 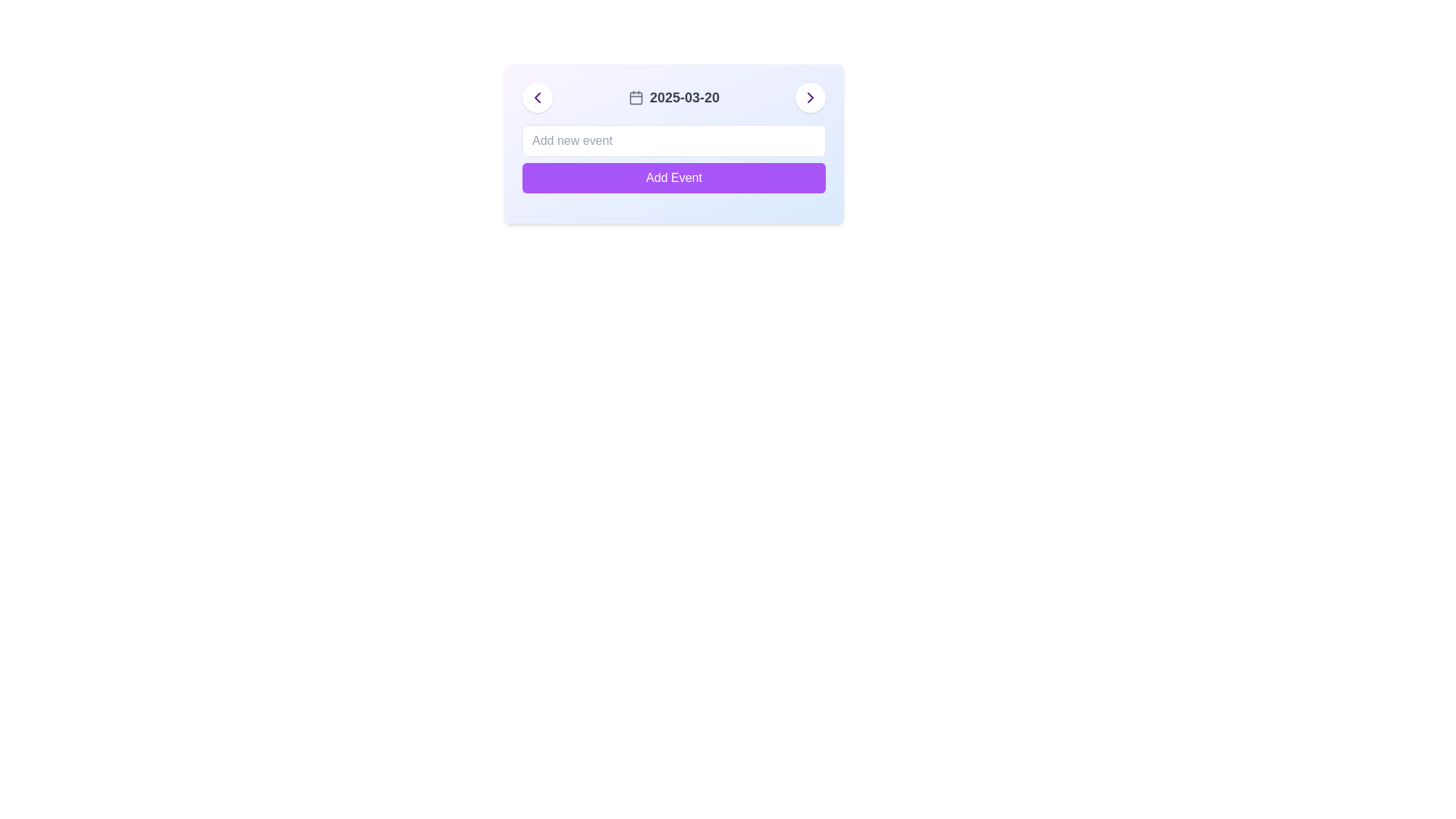 I want to click on the text label displaying the date '2025-03-20', which is styled in bold gray and is located centrally in the interface, immediately following a calendar icon, so click(x=683, y=97).